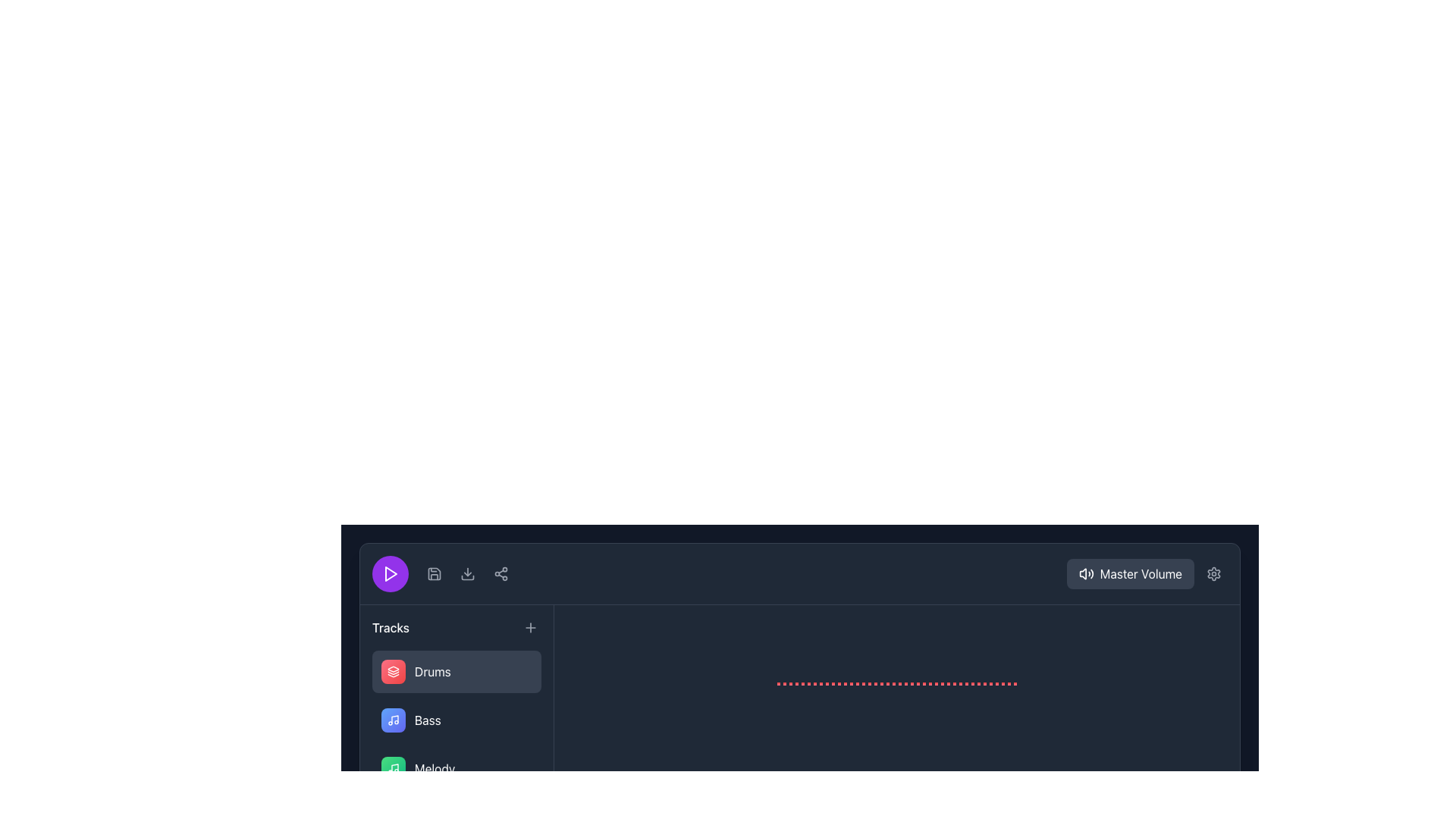  I want to click on the save button located just to the right of the purple play button, which is the first in a sequence of three buttons used for saving data in the application, so click(433, 573).